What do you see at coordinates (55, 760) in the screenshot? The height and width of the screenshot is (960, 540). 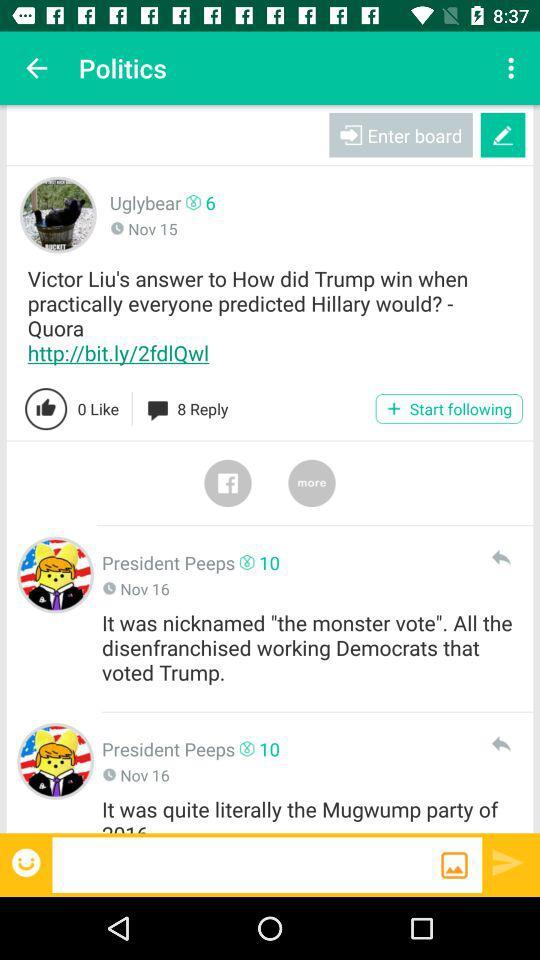 I see `open profile picture` at bounding box center [55, 760].